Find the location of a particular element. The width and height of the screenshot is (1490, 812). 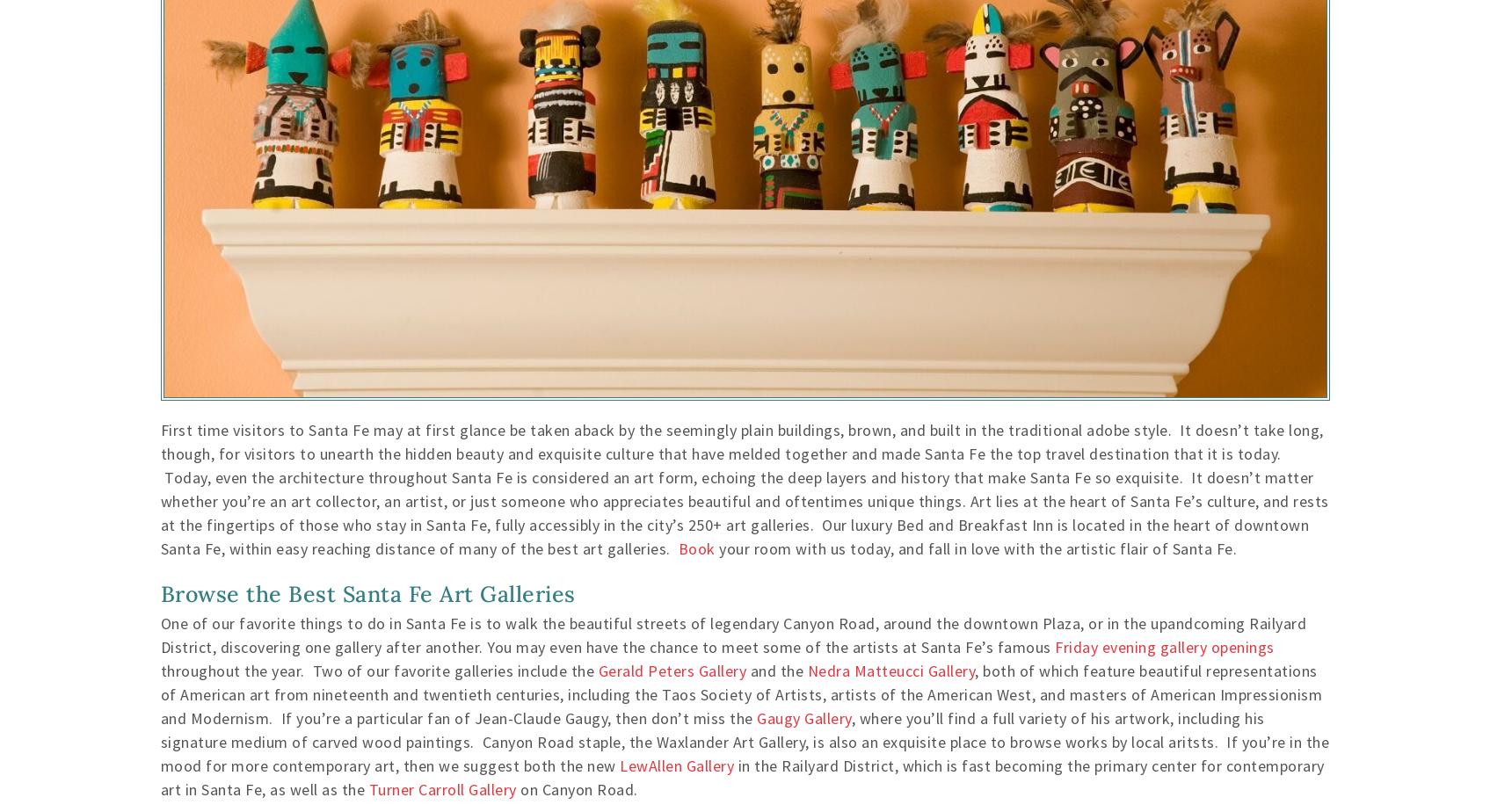

'Book' is located at coordinates (696, 548).